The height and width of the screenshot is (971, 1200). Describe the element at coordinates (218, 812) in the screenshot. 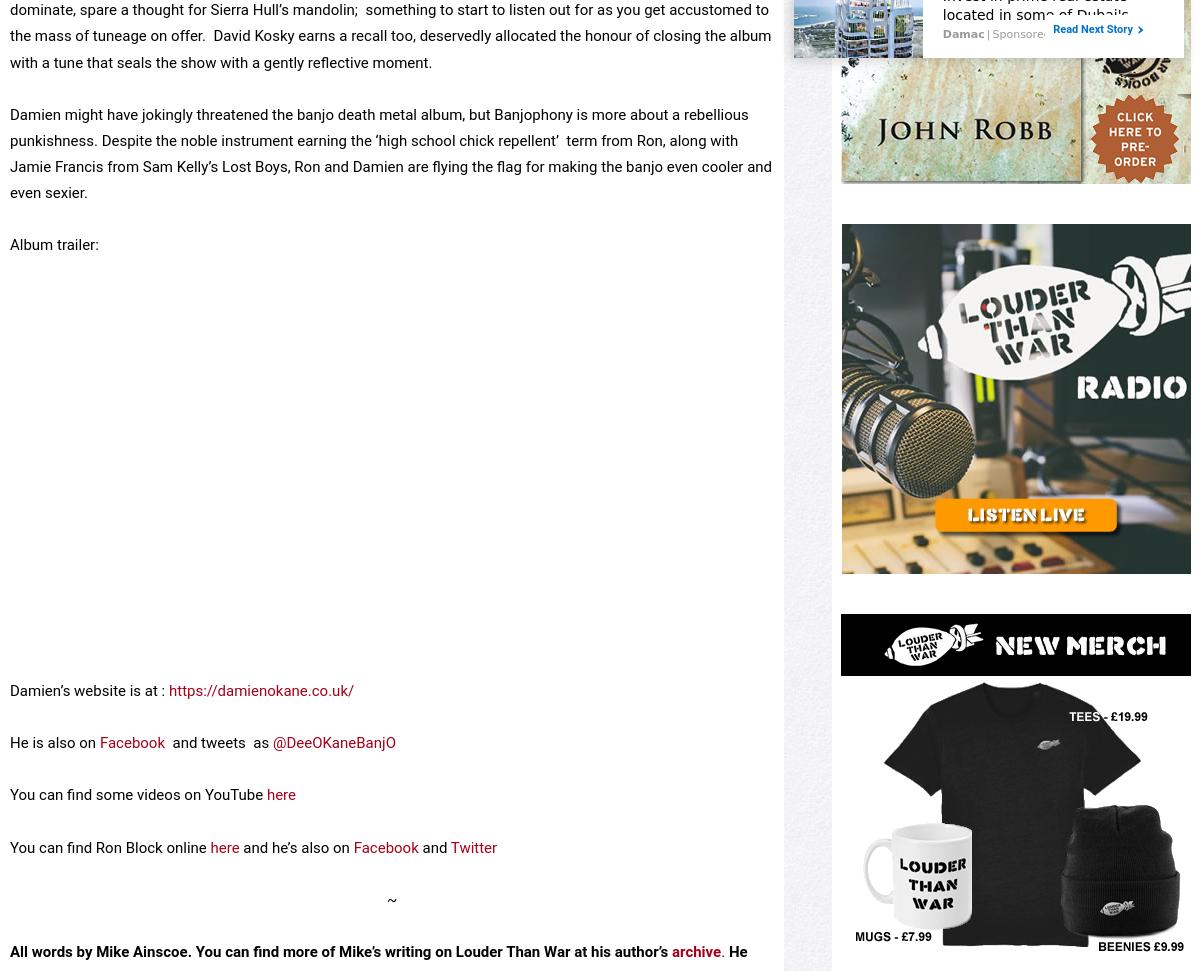

I see `'and tweets  as'` at that location.